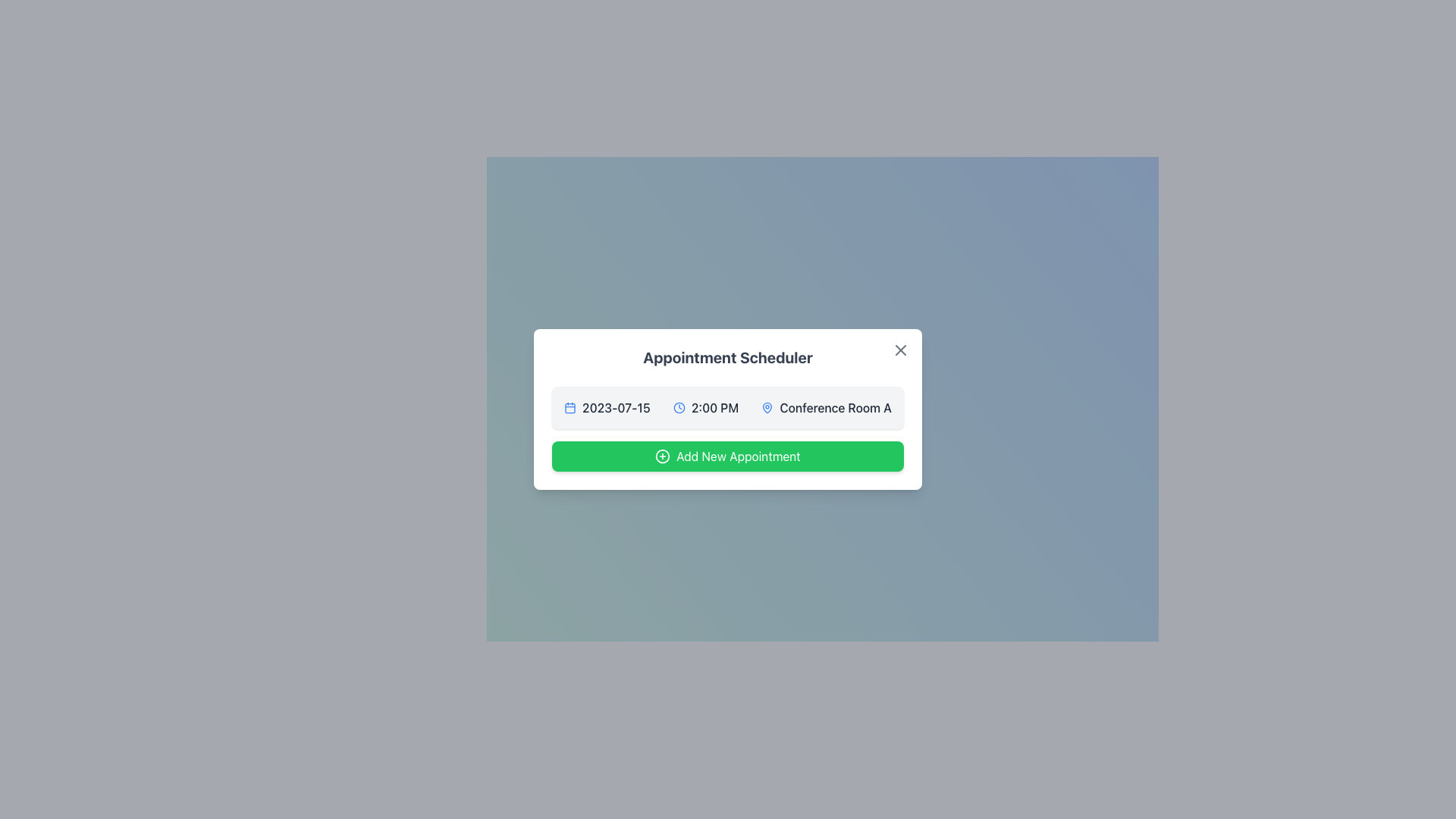 Image resolution: width=1456 pixels, height=819 pixels. What do you see at coordinates (767, 406) in the screenshot?
I see `the SVG location icon next to the text label 'Conference Room A'` at bounding box center [767, 406].